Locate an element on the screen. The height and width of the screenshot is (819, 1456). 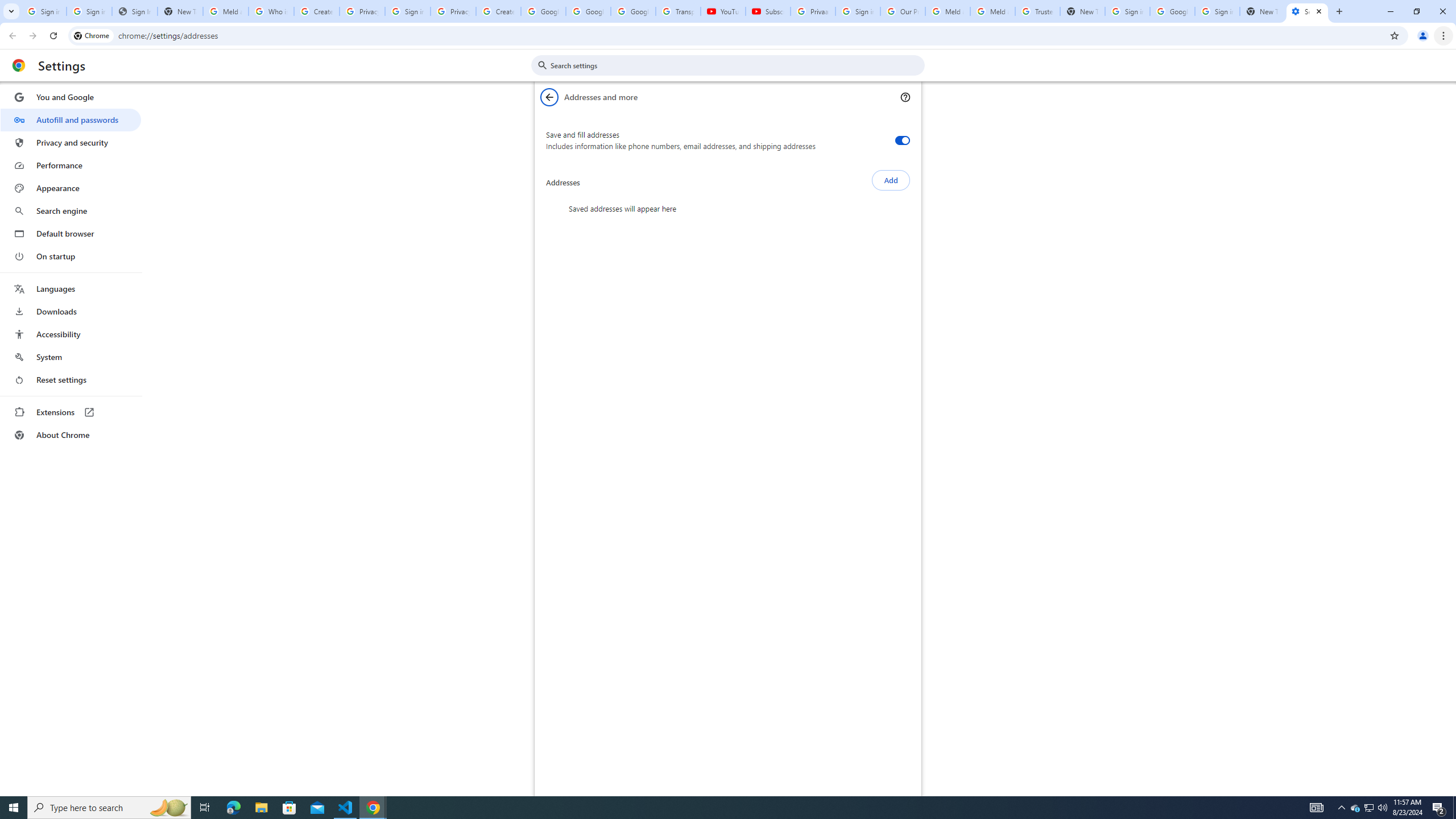
'Search engine' is located at coordinates (70, 211).